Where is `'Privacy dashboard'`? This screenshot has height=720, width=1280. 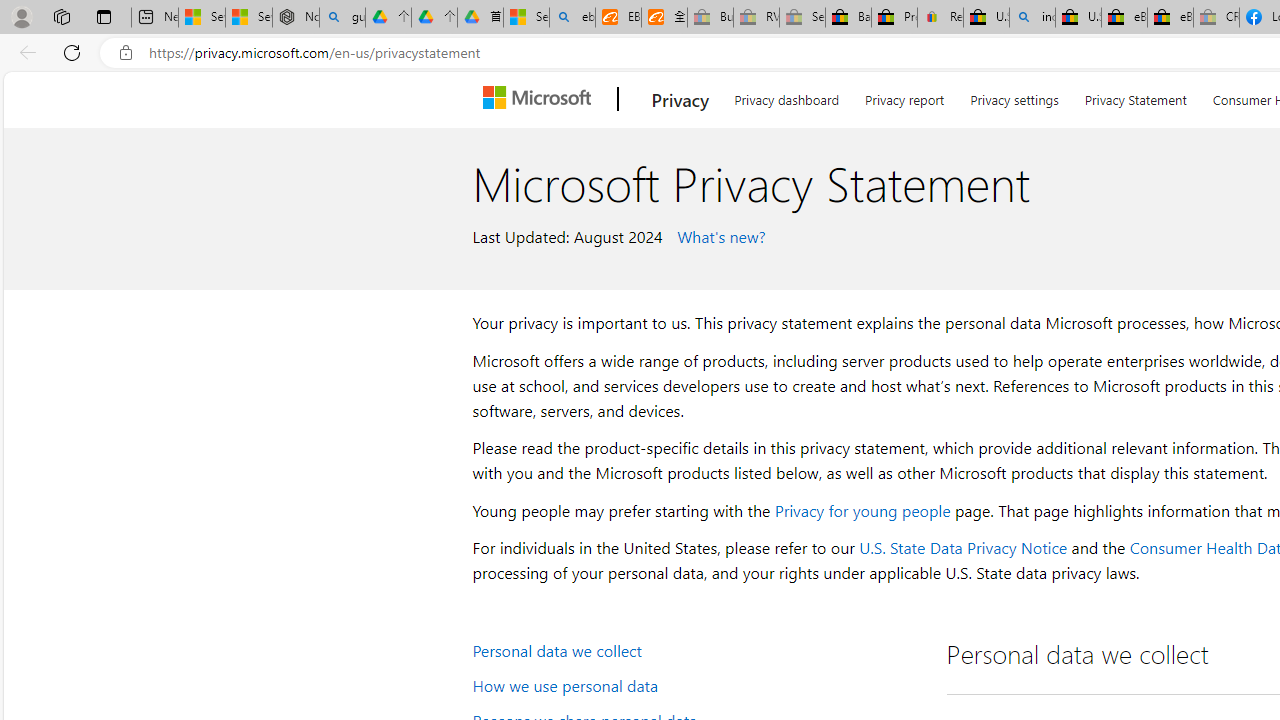
'Privacy dashboard' is located at coordinates (785, 96).